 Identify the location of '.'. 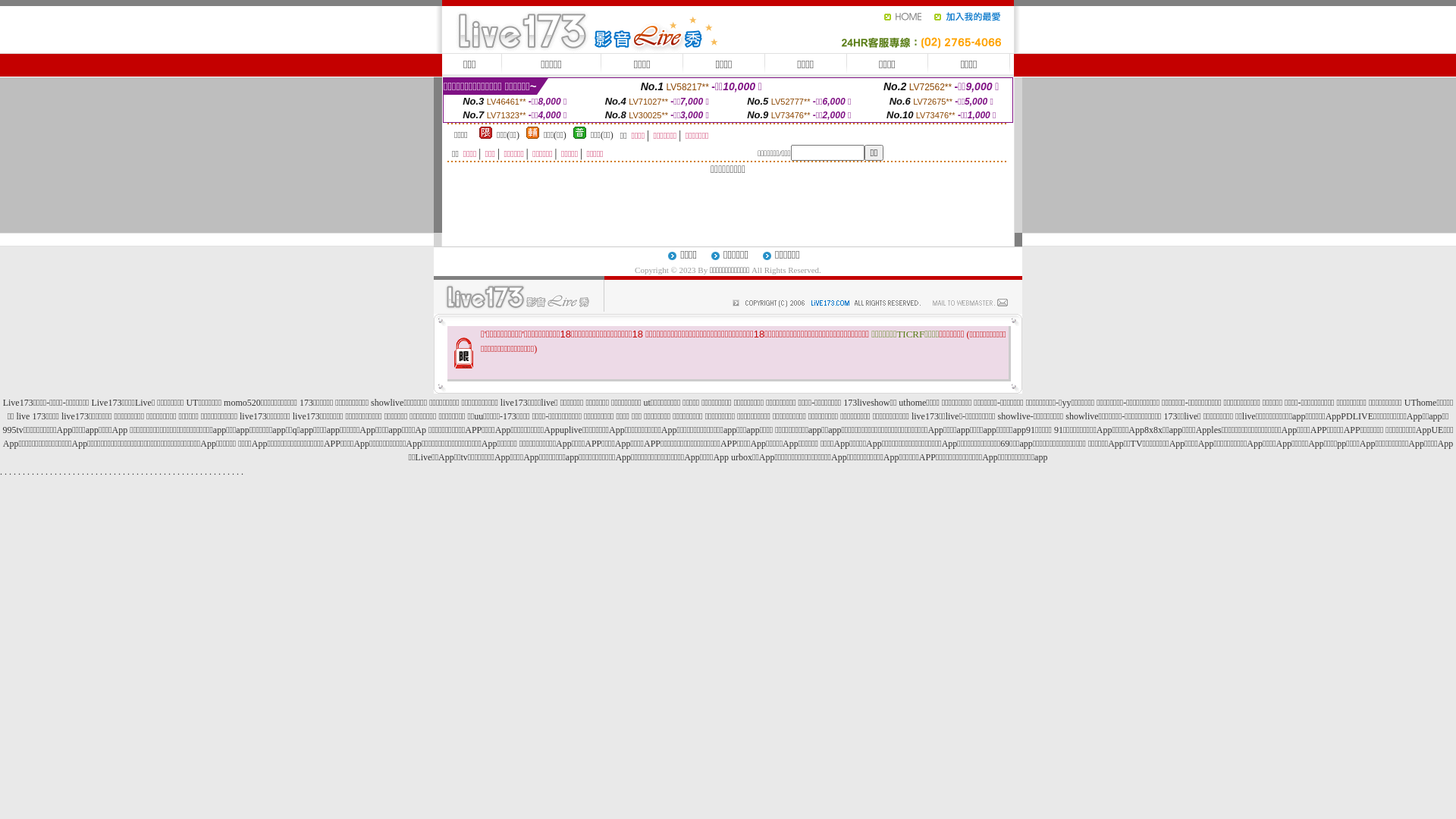
(81, 470).